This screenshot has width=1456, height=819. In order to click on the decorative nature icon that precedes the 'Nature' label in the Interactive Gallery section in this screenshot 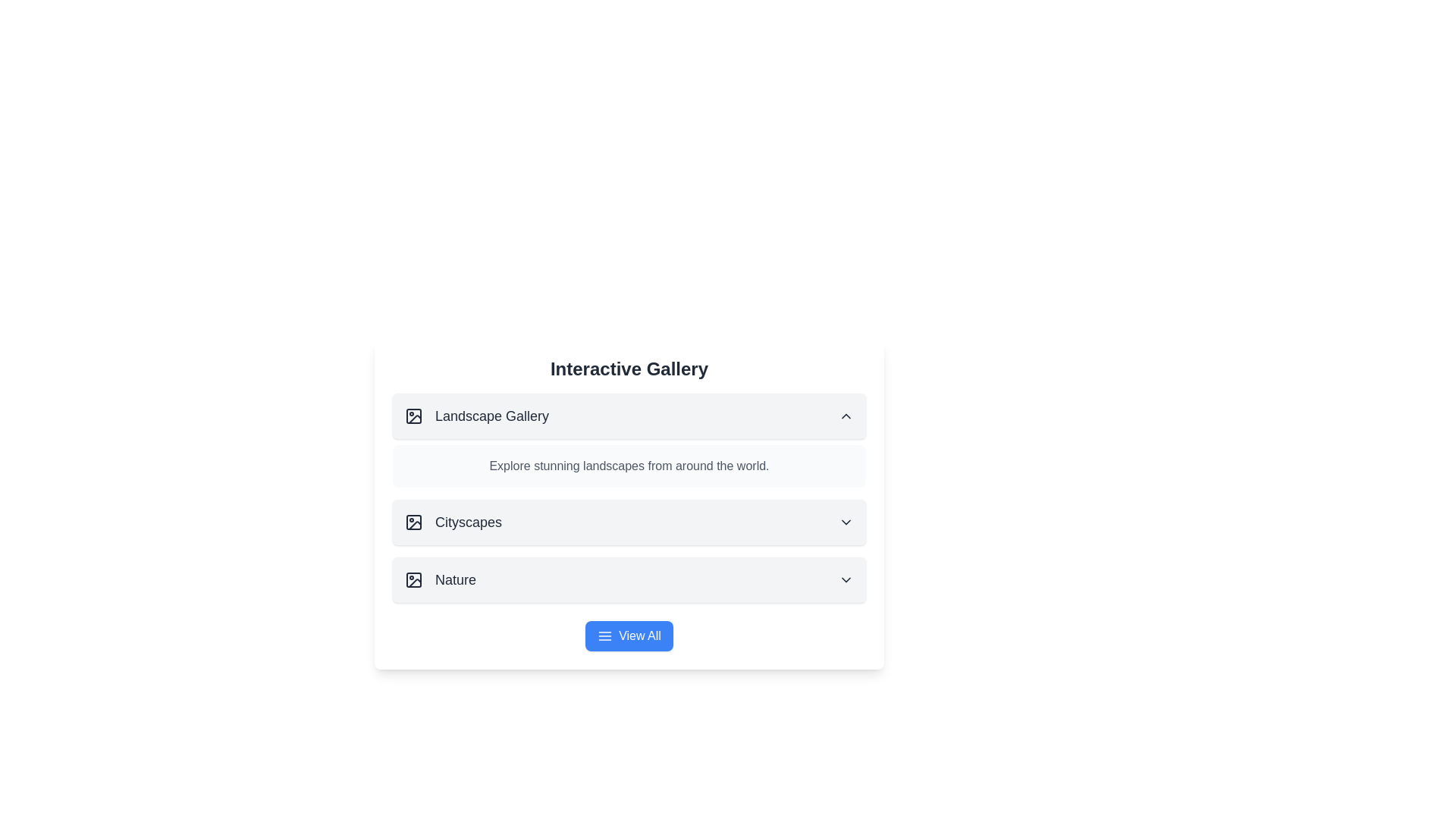, I will do `click(414, 579)`.